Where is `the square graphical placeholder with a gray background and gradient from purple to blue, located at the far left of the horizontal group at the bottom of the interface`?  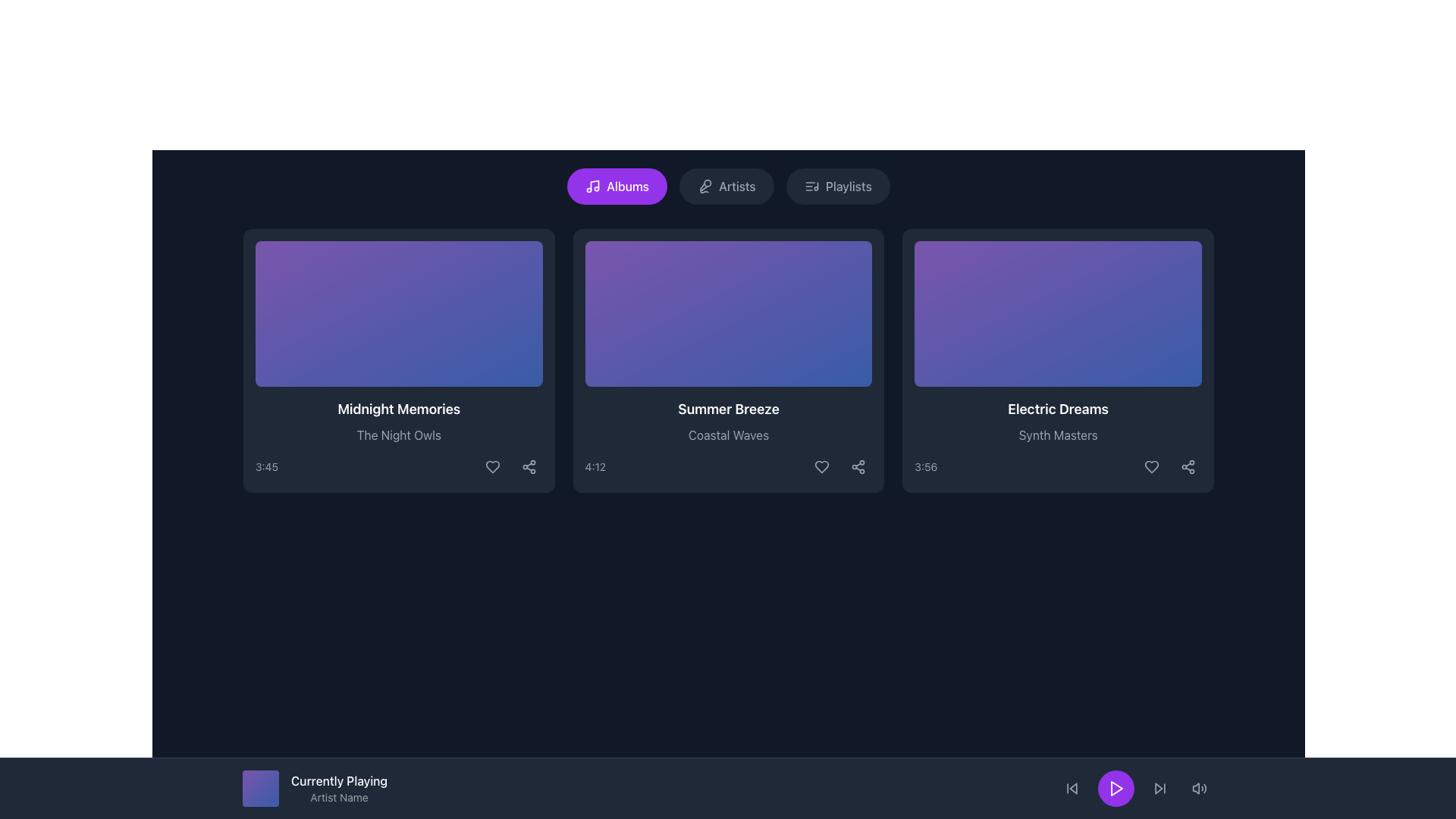 the square graphical placeholder with a gray background and gradient from purple to blue, located at the far left of the horizontal group at the bottom of the interface is located at coordinates (261, 788).